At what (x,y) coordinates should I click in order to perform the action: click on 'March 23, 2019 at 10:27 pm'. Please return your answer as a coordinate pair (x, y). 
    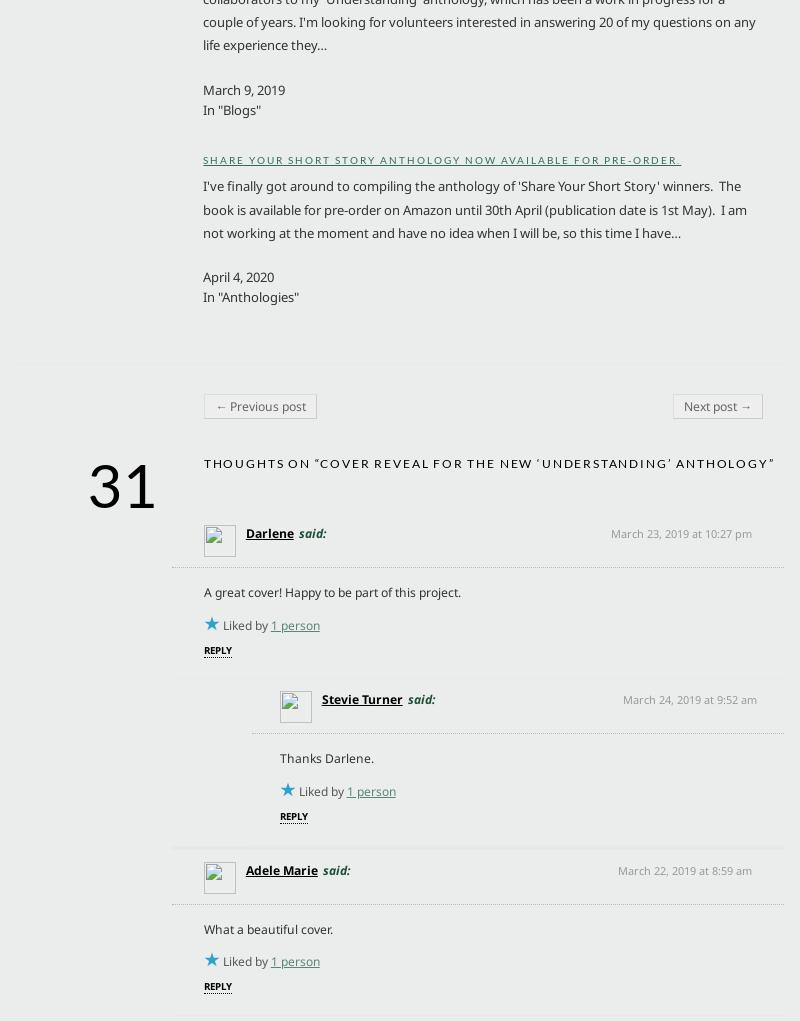
    Looking at the image, I should click on (681, 532).